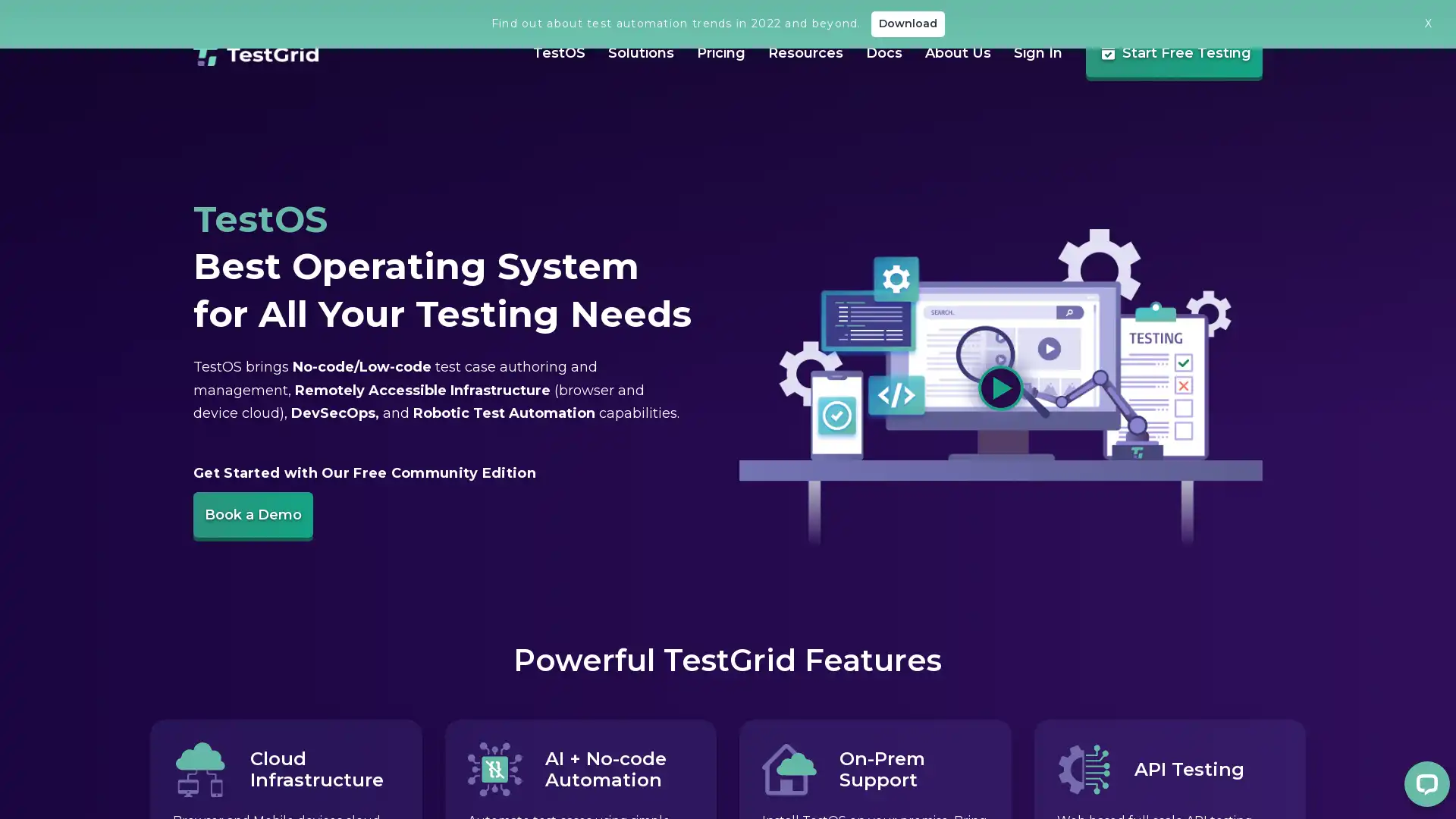 The height and width of the screenshot is (819, 1456). What do you see at coordinates (626, 95) in the screenshot?
I see `Solutions` at bounding box center [626, 95].